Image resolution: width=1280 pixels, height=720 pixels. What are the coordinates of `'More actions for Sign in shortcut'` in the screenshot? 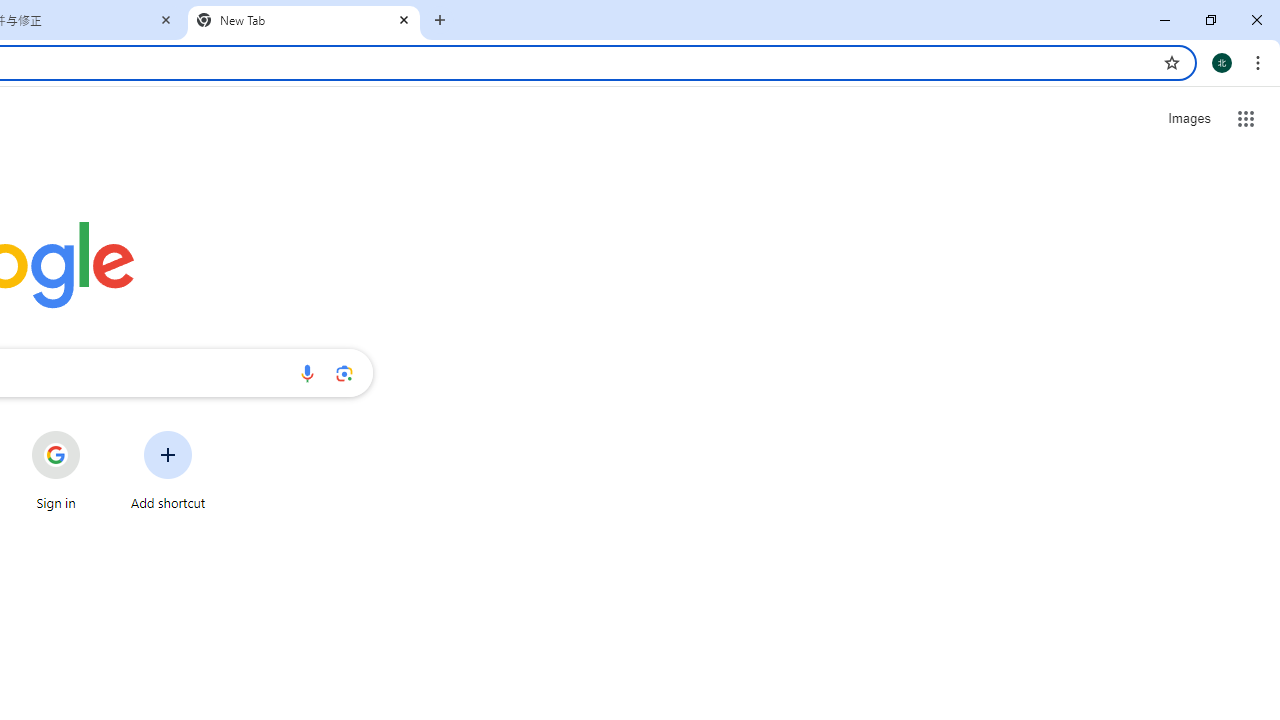 It's located at (95, 432).